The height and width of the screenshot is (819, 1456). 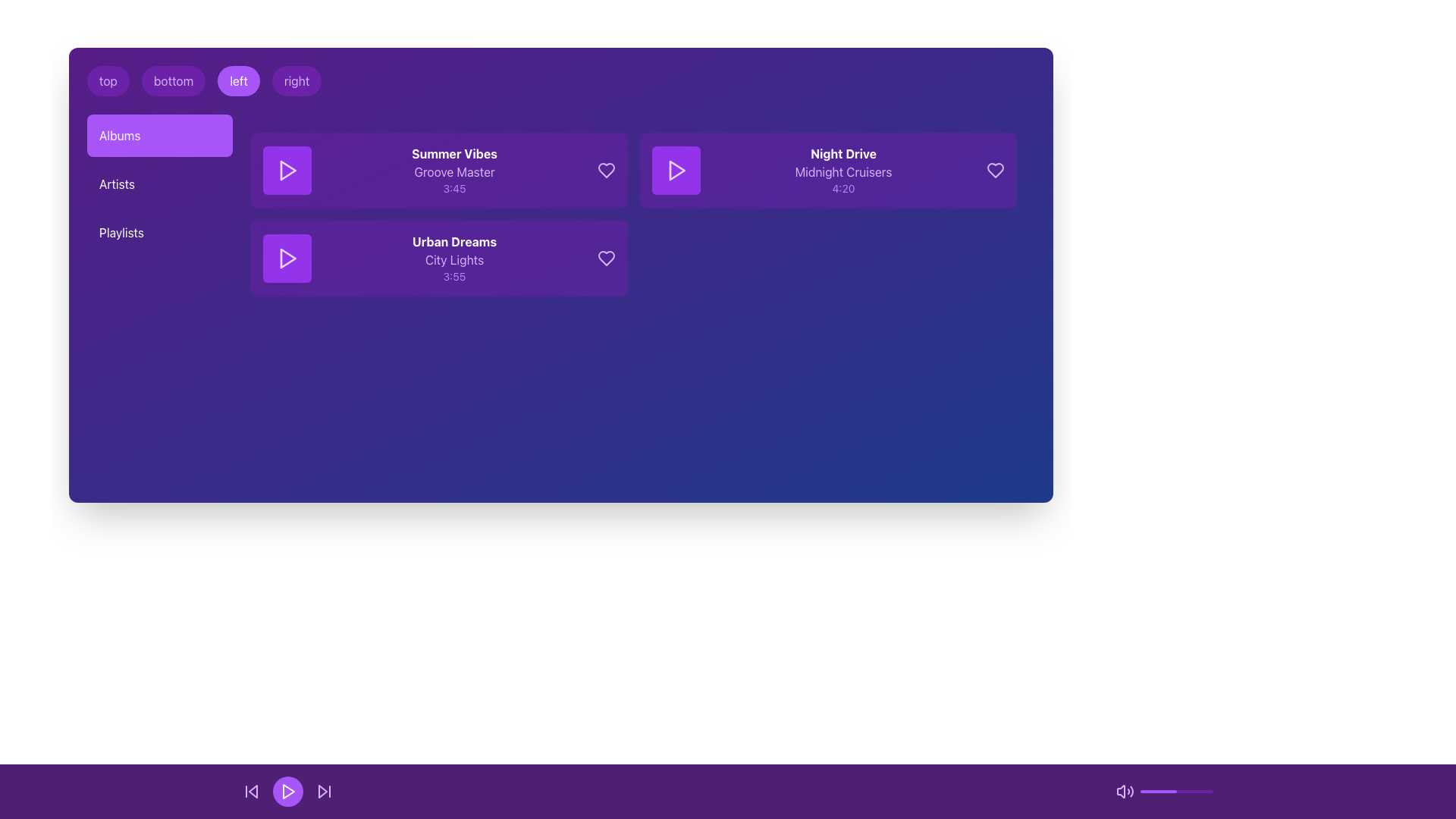 What do you see at coordinates (607, 170) in the screenshot?
I see `the heart-shaped button icon located to the right of the 'Summer Vibes' song listing, next to 'Groove Master' and the duration '3:45'` at bounding box center [607, 170].